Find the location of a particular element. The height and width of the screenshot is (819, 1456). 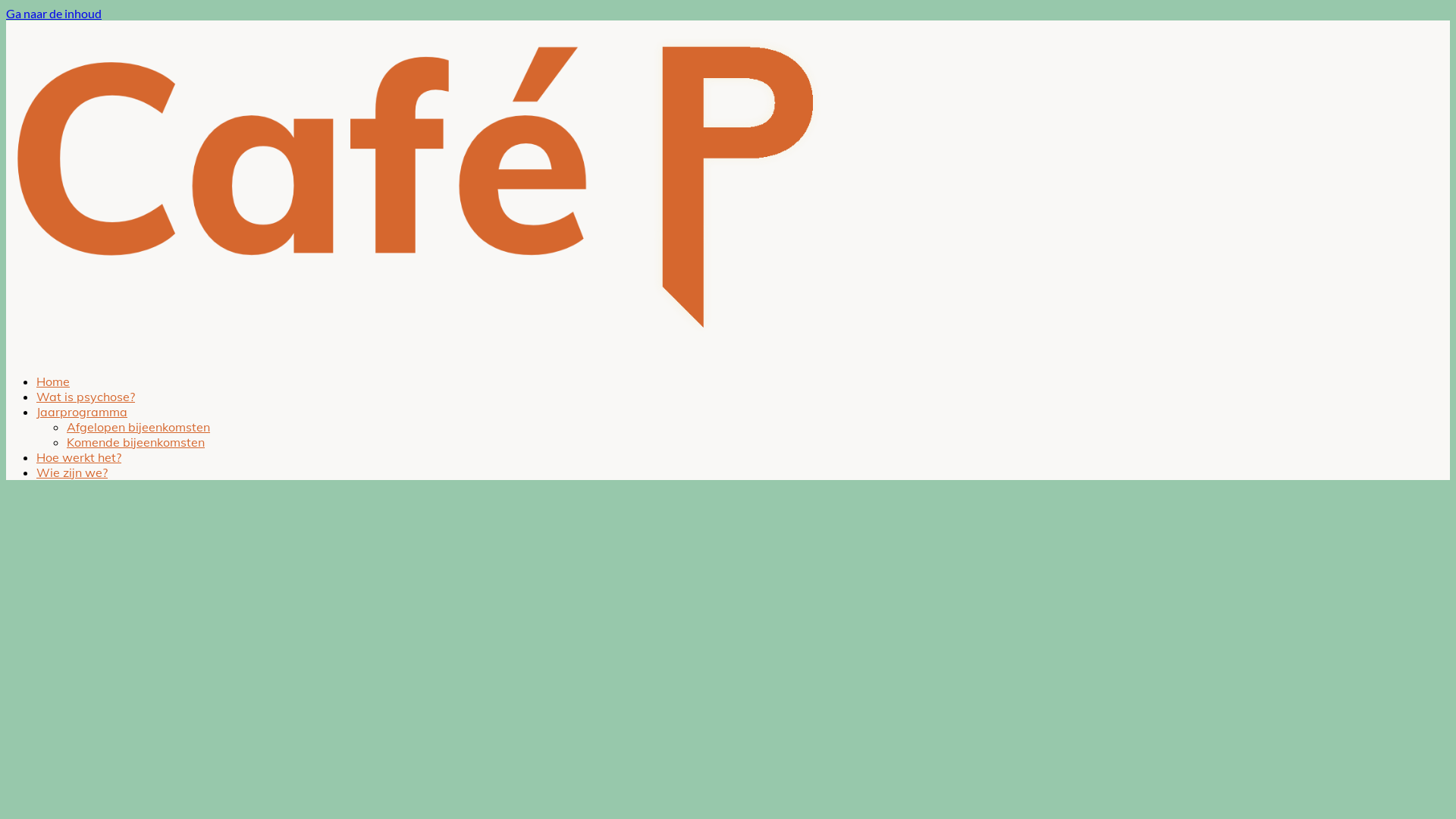

'Cafe P' is located at coordinates (6, 353).